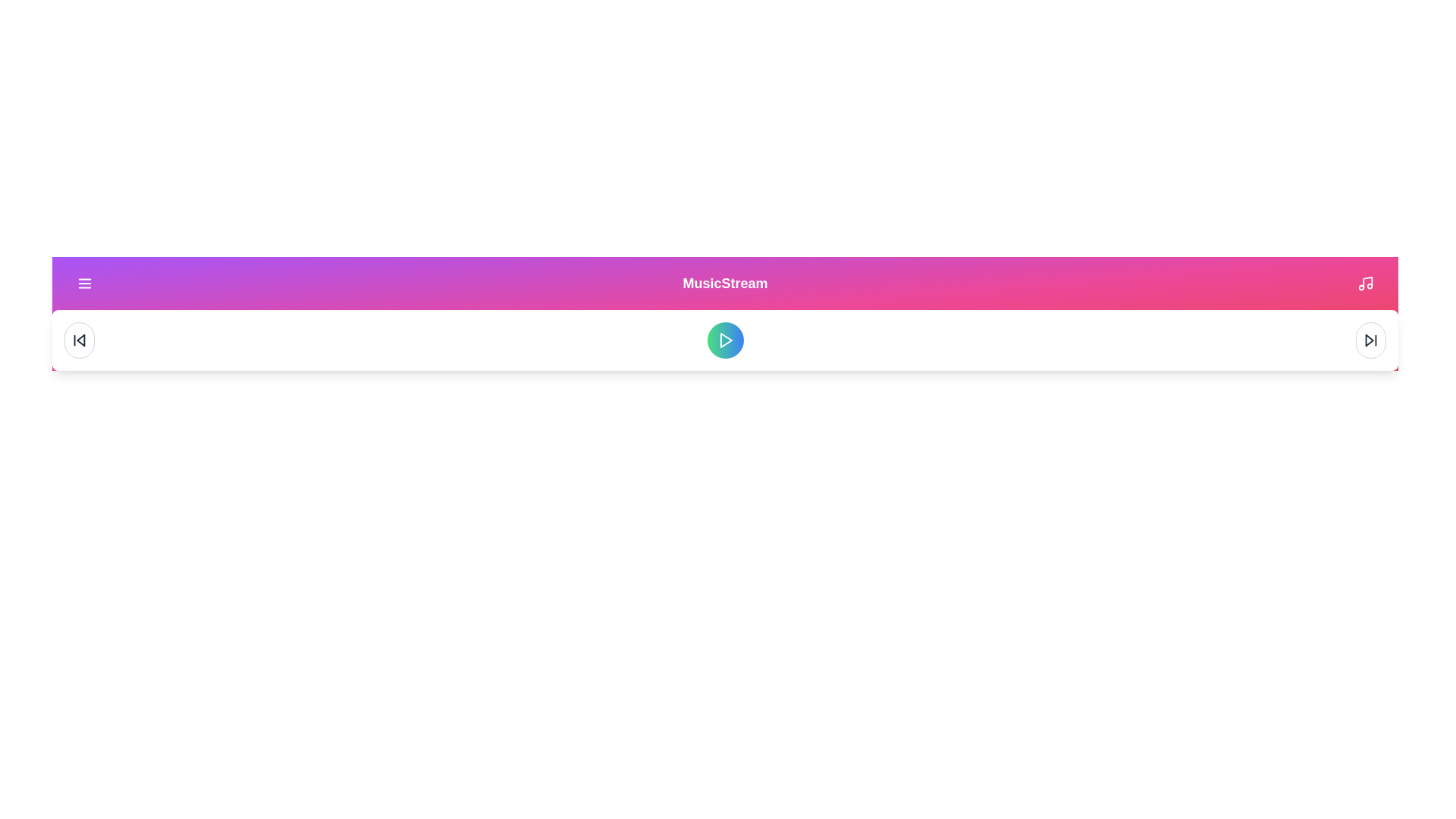 Image resolution: width=1456 pixels, height=819 pixels. What do you see at coordinates (724, 339) in the screenshot?
I see `the play button to toggle the play/pause state of the current track` at bounding box center [724, 339].